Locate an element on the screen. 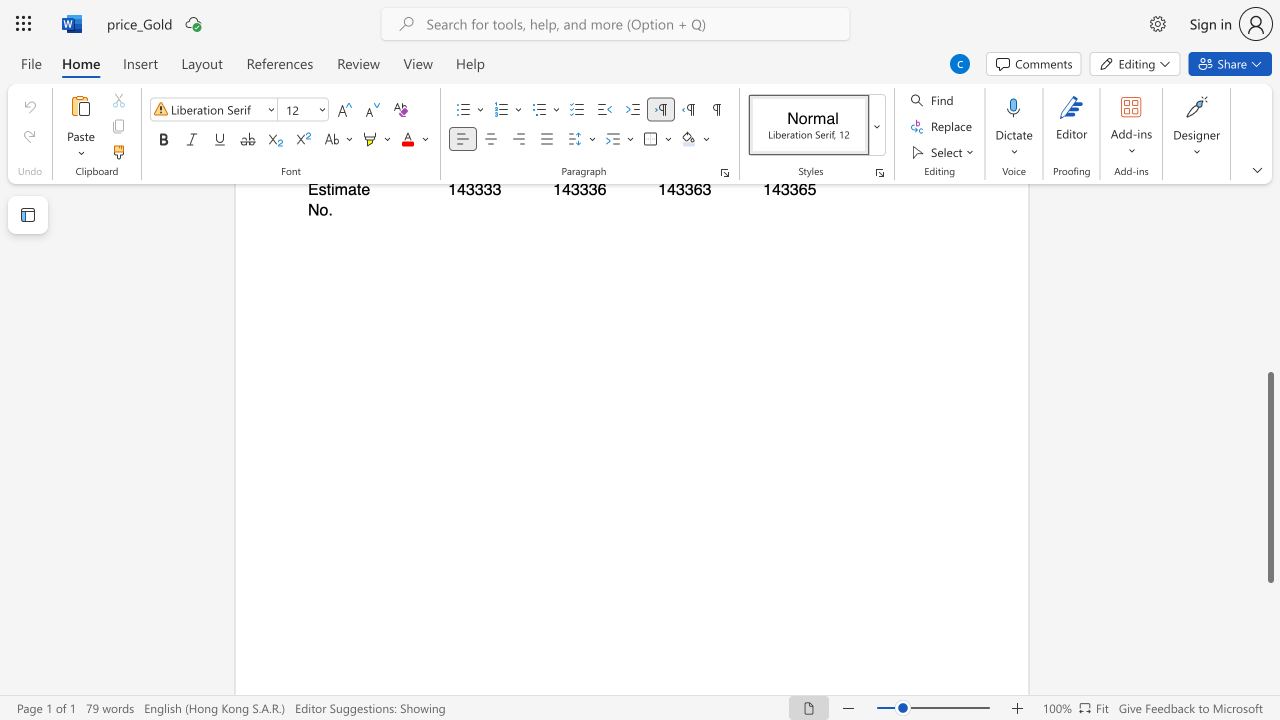 Image resolution: width=1280 pixels, height=720 pixels. the scrollbar on the right side to scroll the page up is located at coordinates (1269, 318).